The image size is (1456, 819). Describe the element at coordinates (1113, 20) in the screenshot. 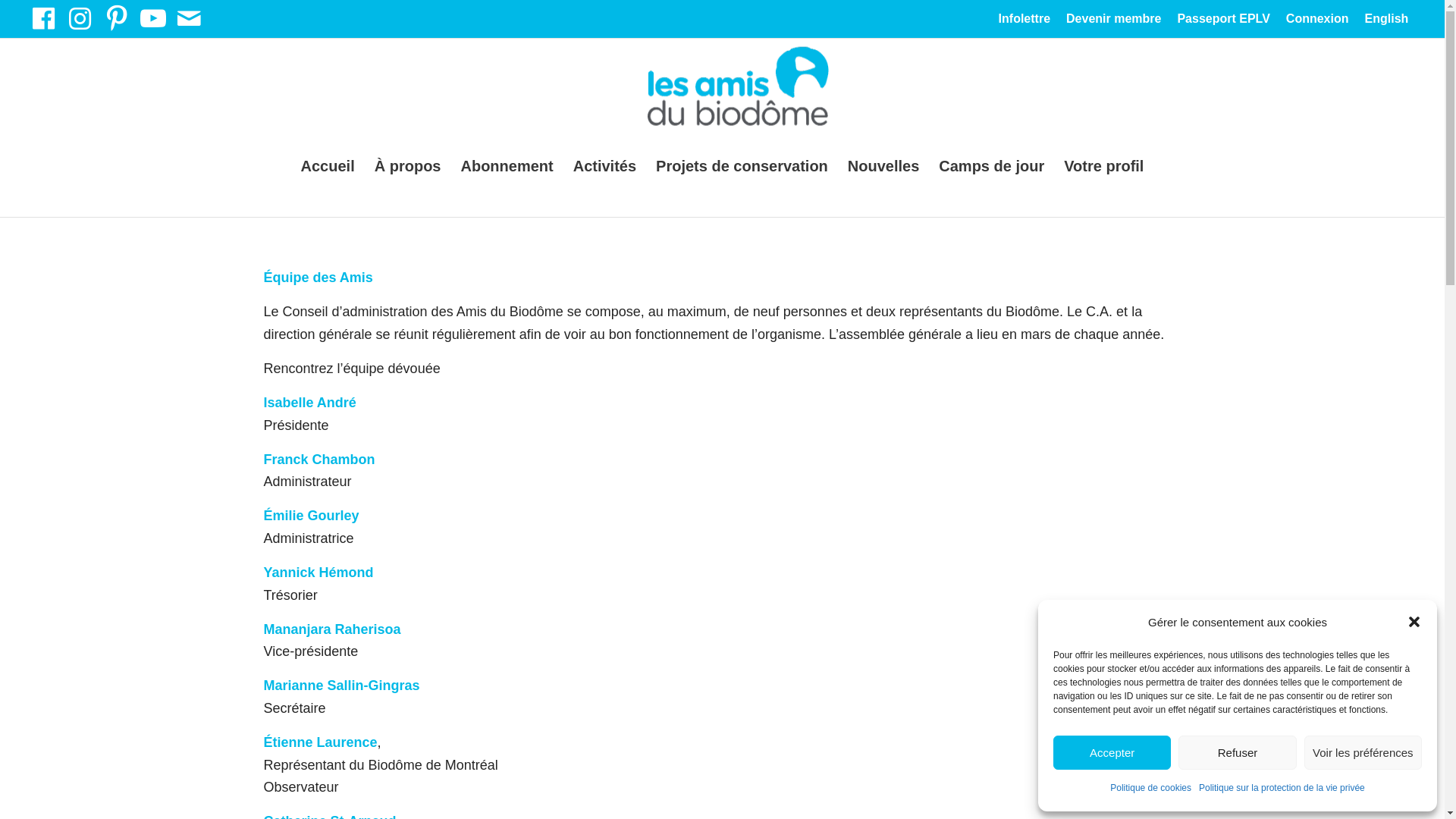

I see `'Devenir membre'` at that location.